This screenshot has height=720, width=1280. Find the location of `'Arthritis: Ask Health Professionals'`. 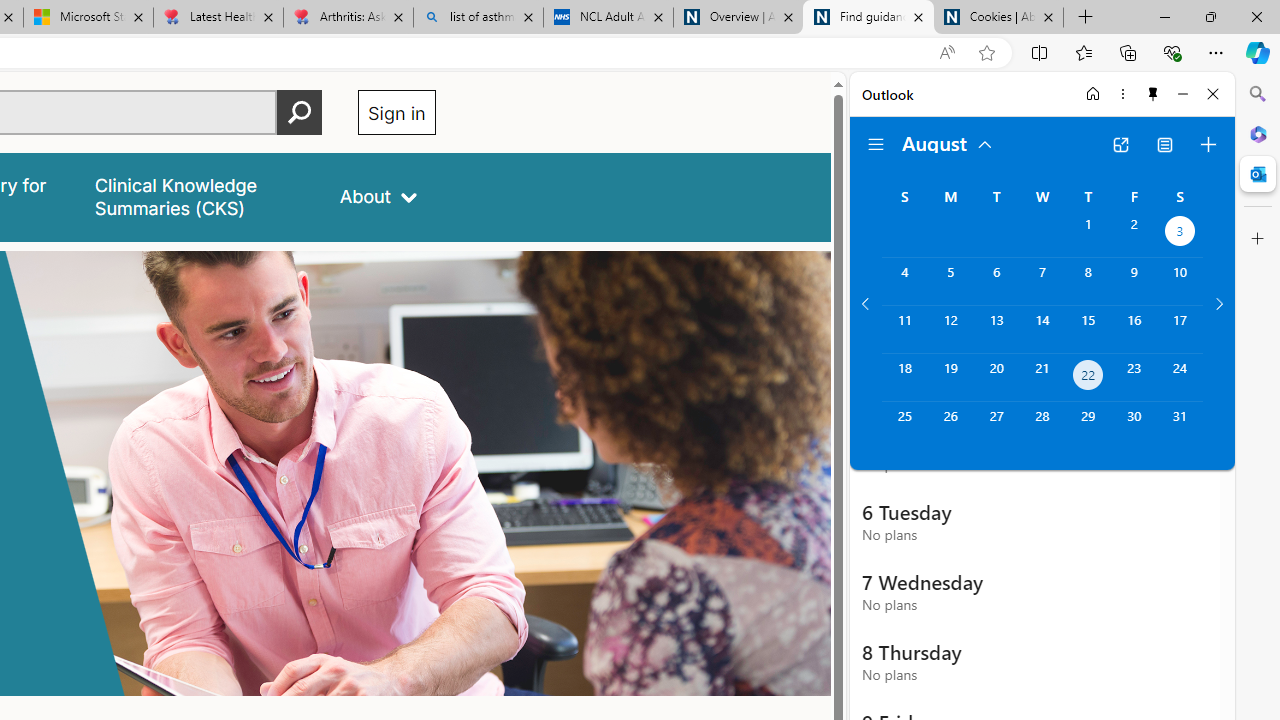

'Arthritis: Ask Health Professionals' is located at coordinates (348, 17).